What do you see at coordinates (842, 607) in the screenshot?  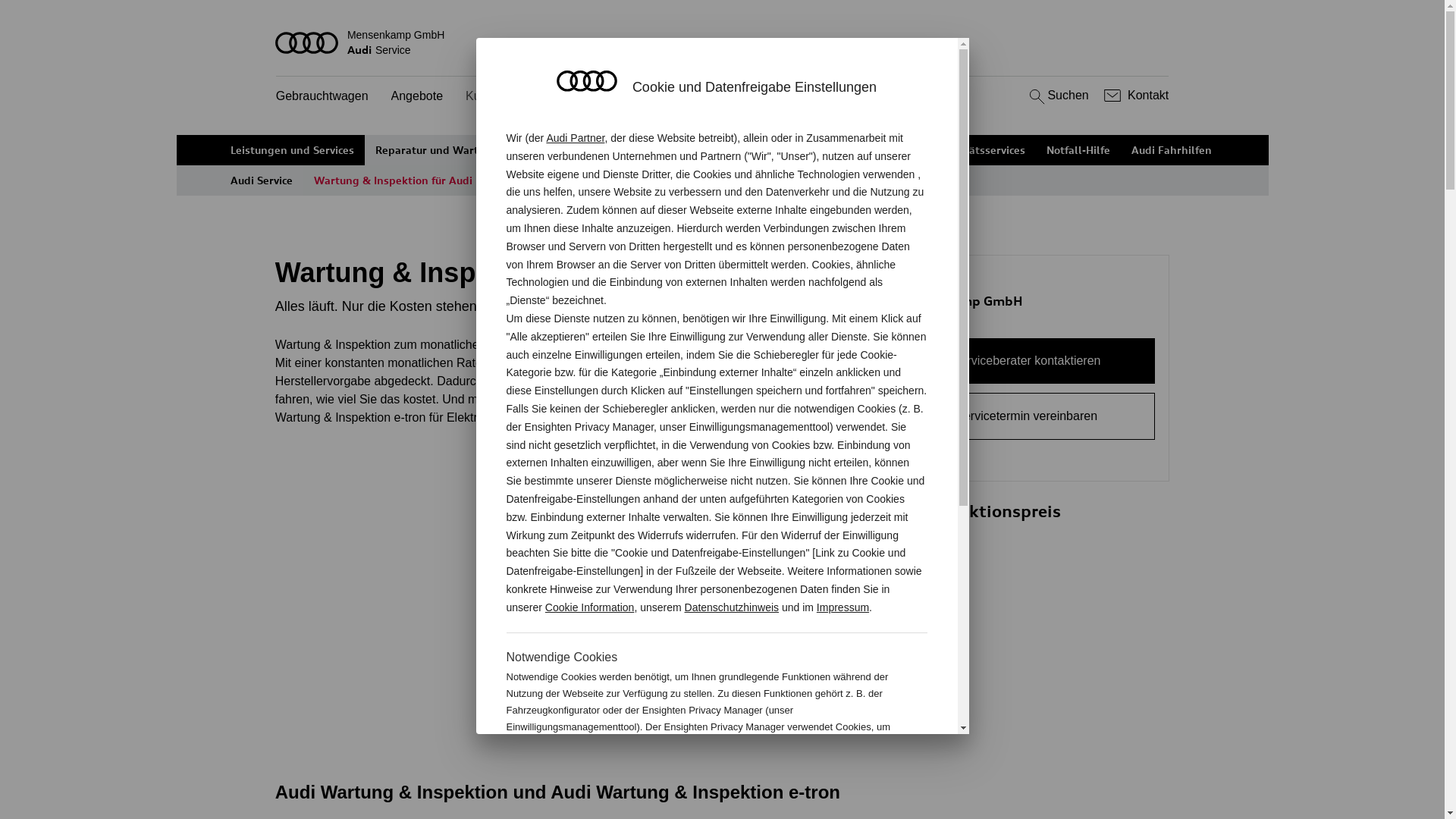 I see `'Impressum'` at bounding box center [842, 607].